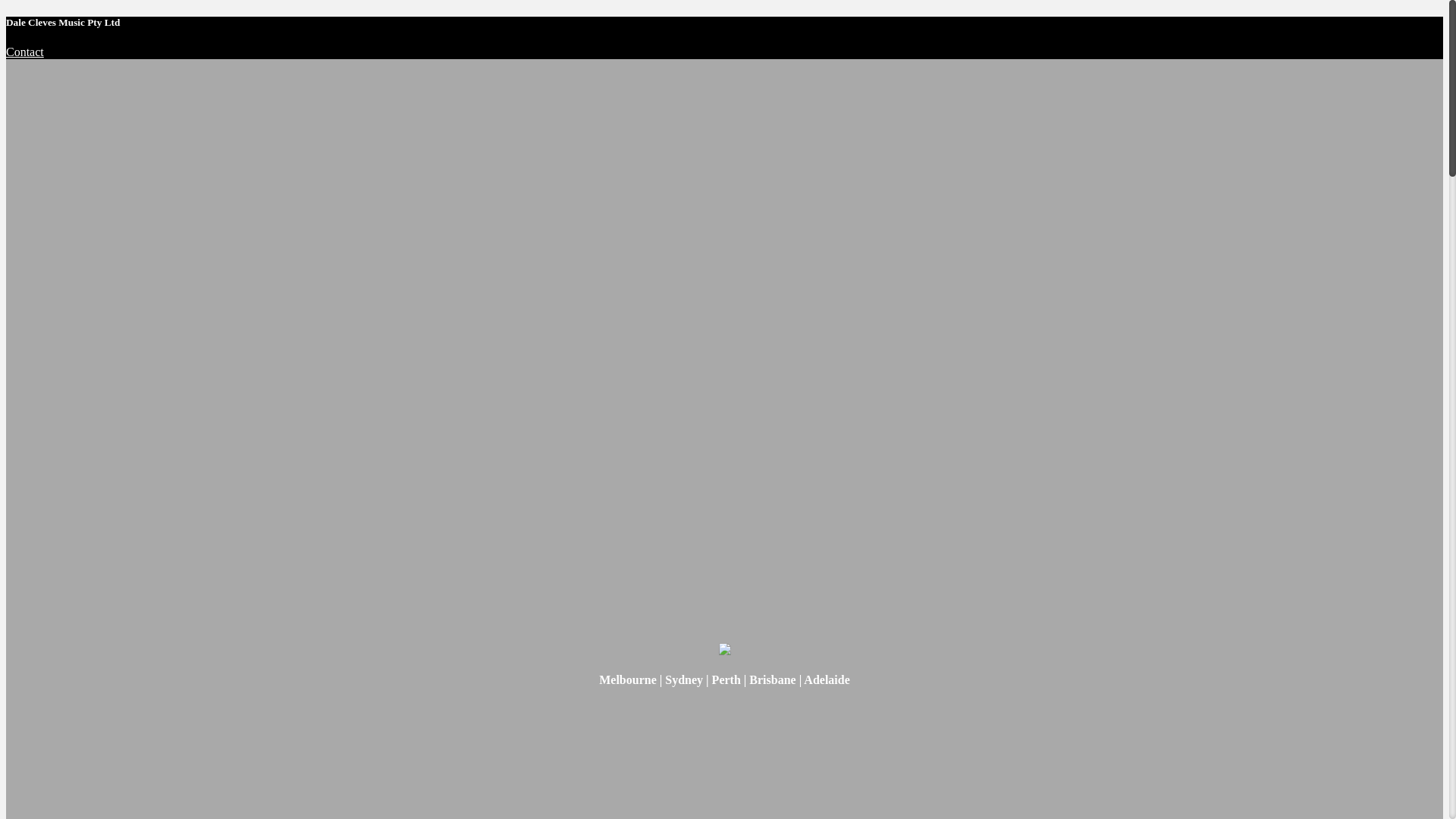 This screenshot has height=819, width=1456. Describe the element at coordinates (25, 51) in the screenshot. I see `'Contact'` at that location.